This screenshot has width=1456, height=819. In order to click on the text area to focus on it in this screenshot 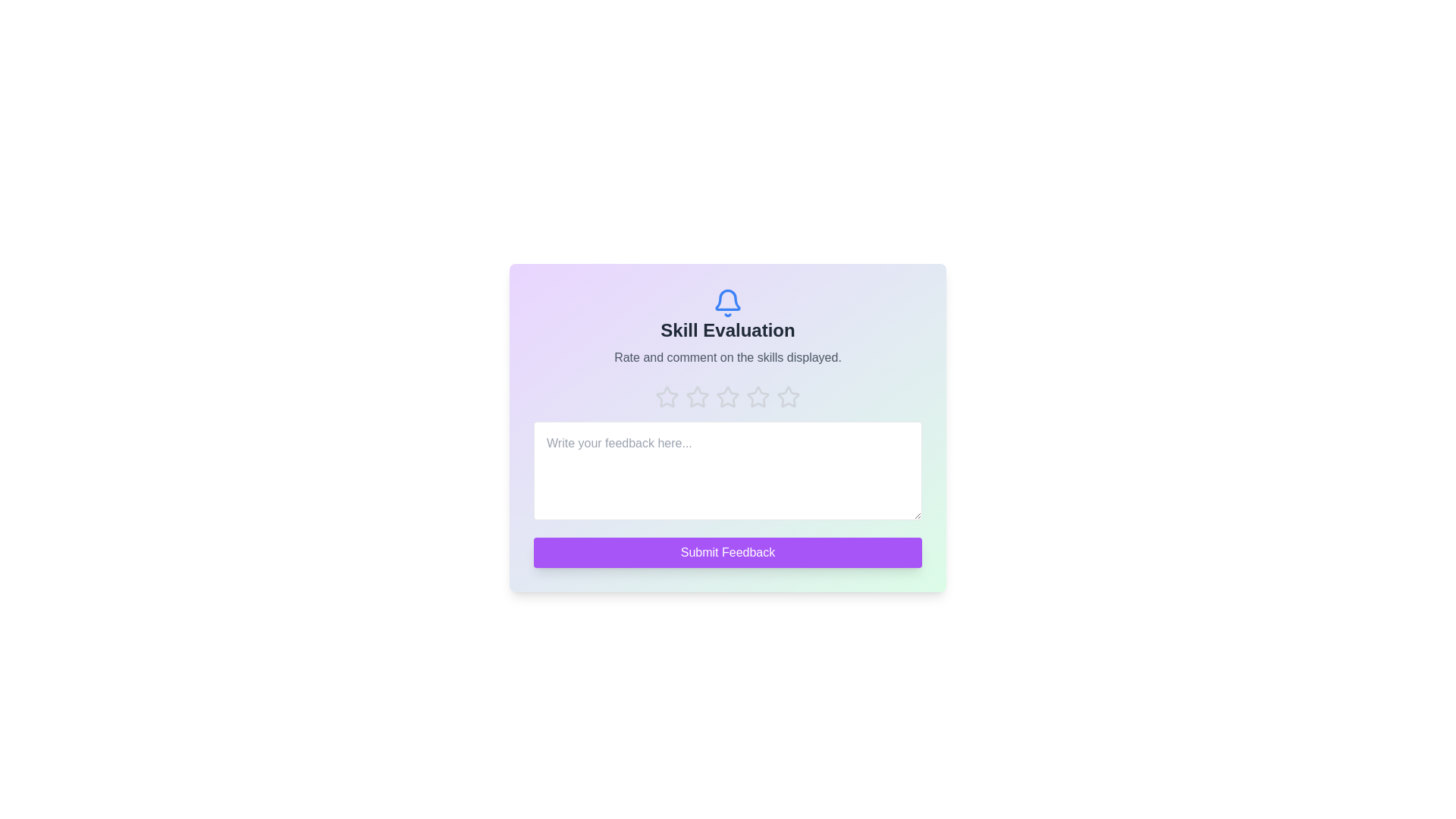, I will do `click(728, 470)`.